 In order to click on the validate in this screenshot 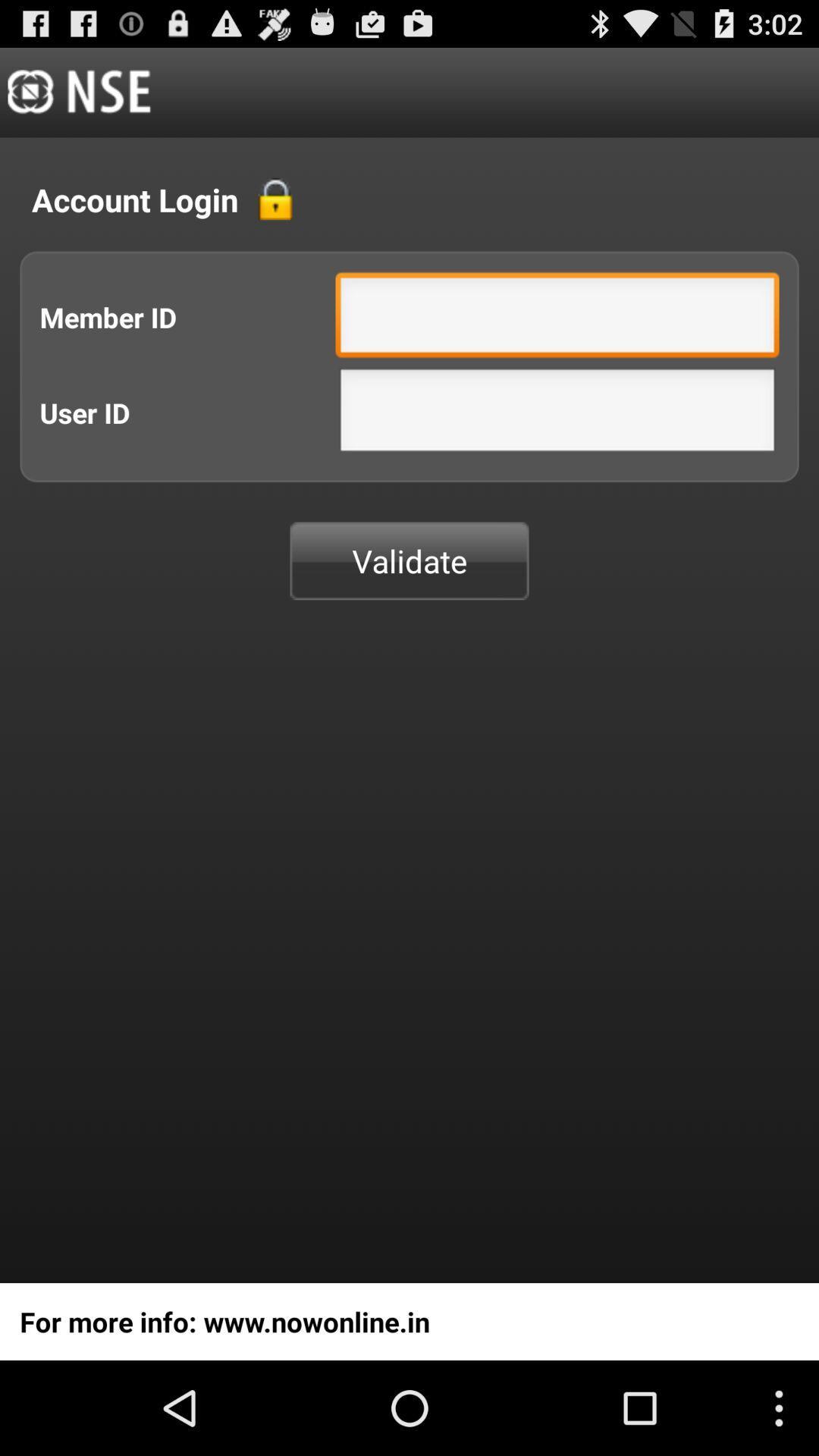, I will do `click(409, 560)`.